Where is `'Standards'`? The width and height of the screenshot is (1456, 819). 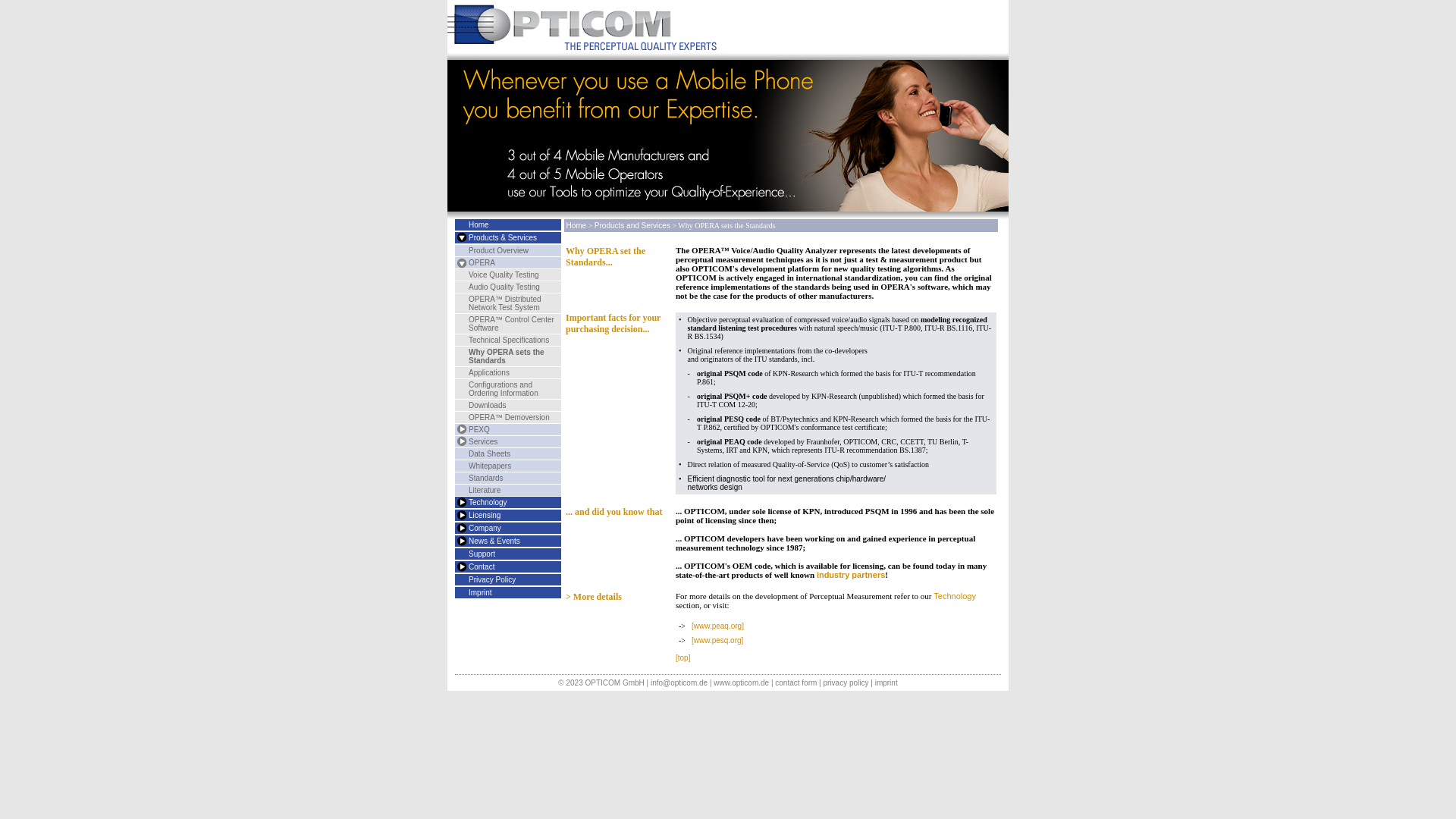
'Standards' is located at coordinates (486, 478).